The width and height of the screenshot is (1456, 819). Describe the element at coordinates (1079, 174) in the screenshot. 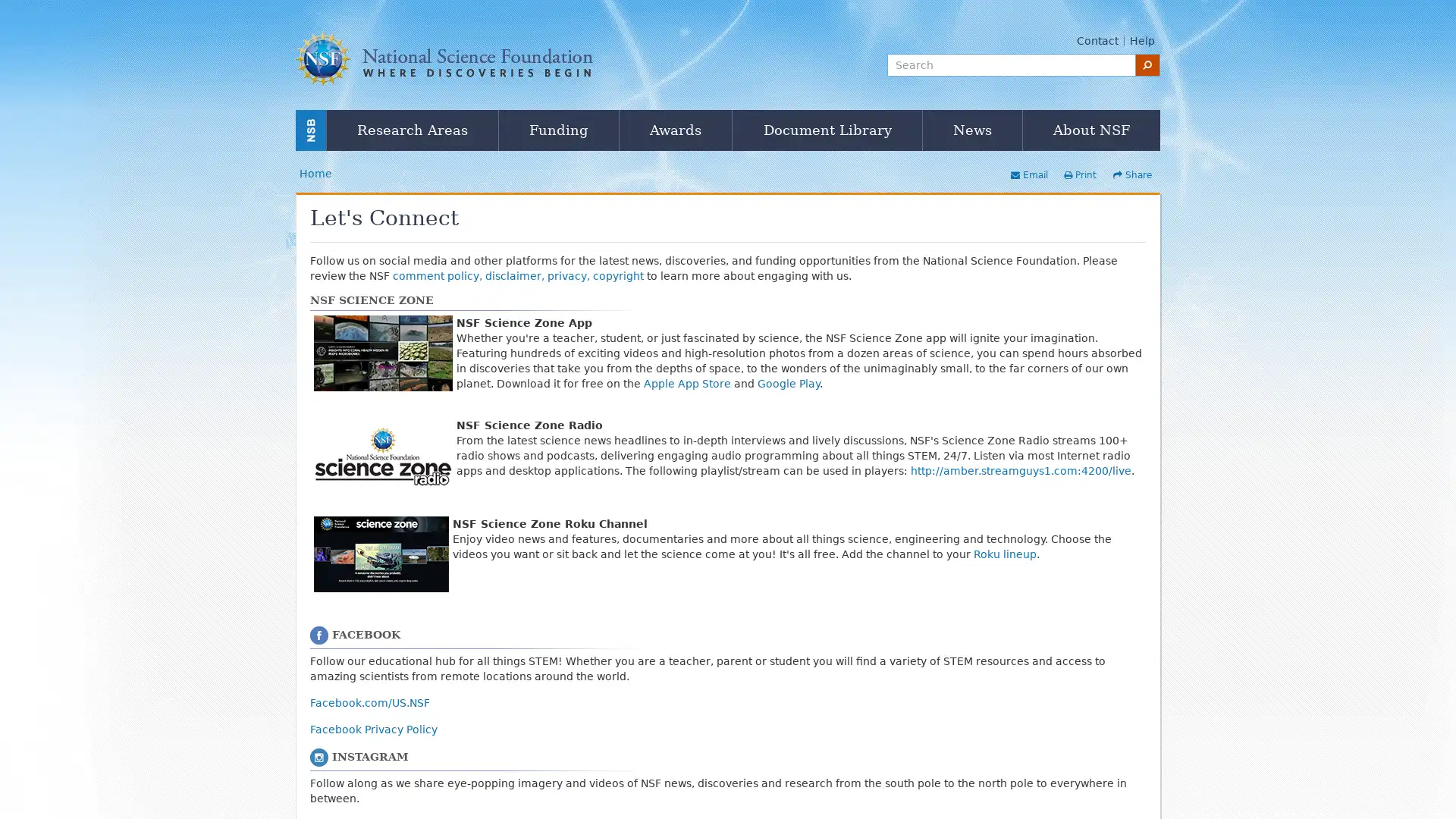

I see `Print this page` at that location.